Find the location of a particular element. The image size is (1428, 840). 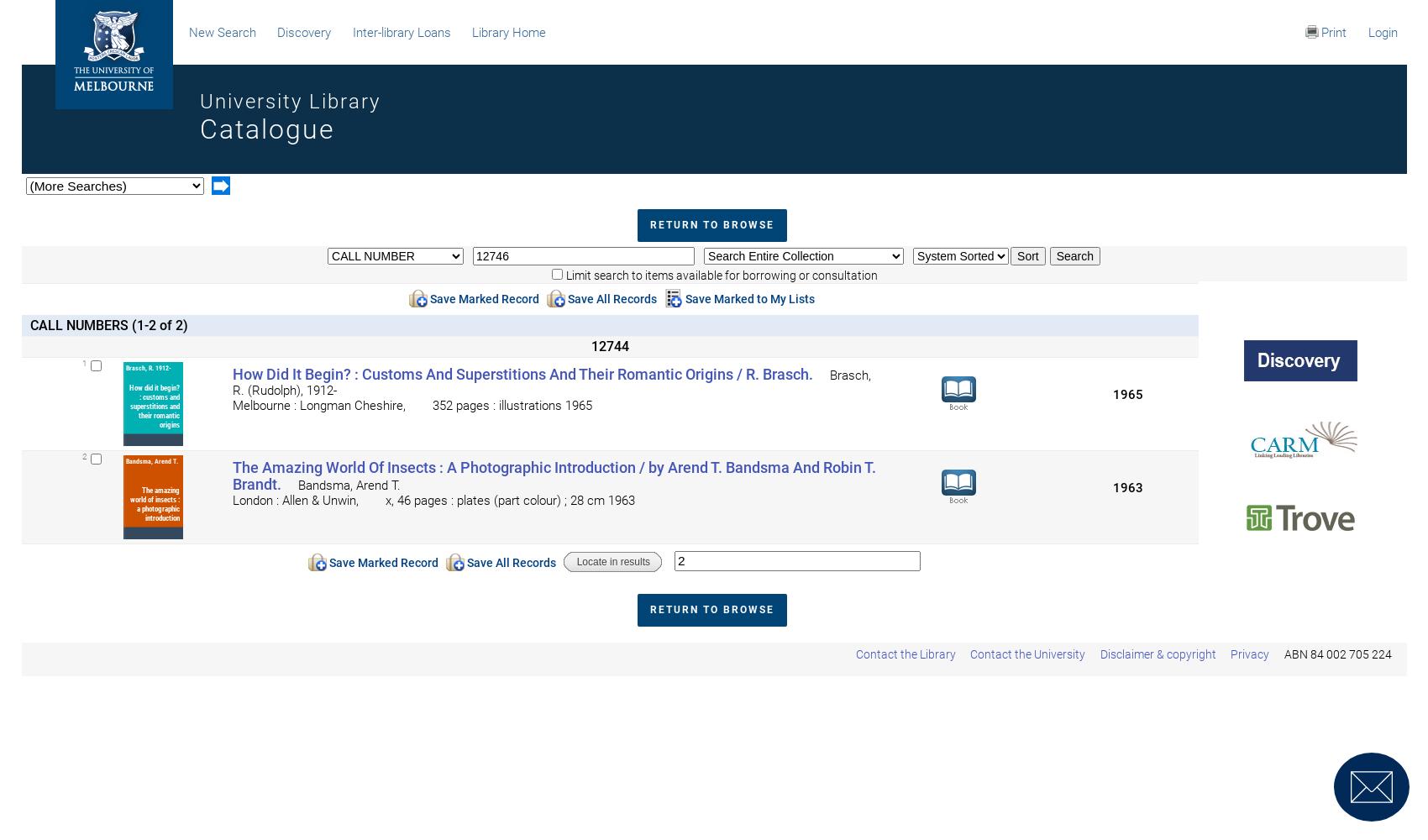

'Save Marked to My Lists' is located at coordinates (750, 298).